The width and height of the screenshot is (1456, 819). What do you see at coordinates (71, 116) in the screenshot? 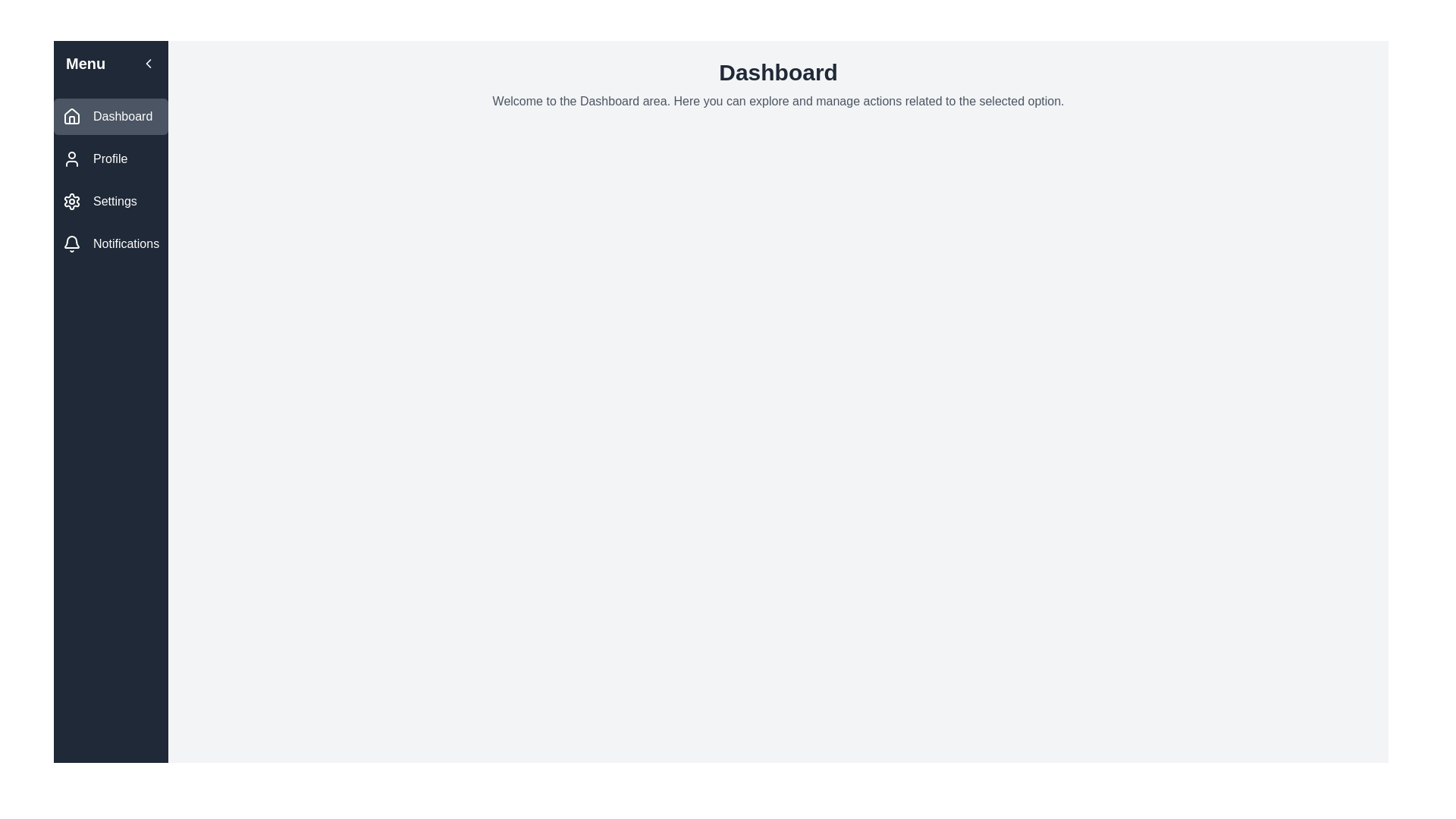
I see `the 'Dashboard' icon located in the vertical sidebar menu to the left of the text 'Dashboard'` at bounding box center [71, 116].